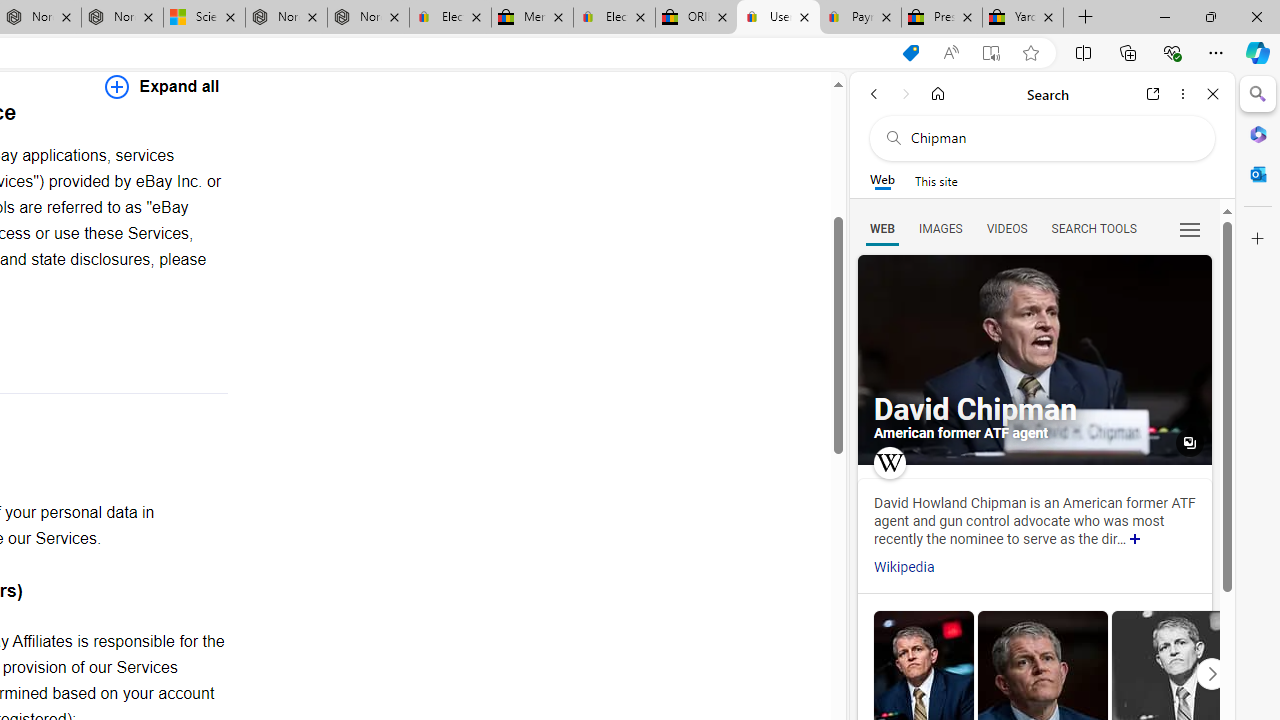 The width and height of the screenshot is (1280, 720). I want to click on 'Search Filter, IMAGES', so click(939, 227).